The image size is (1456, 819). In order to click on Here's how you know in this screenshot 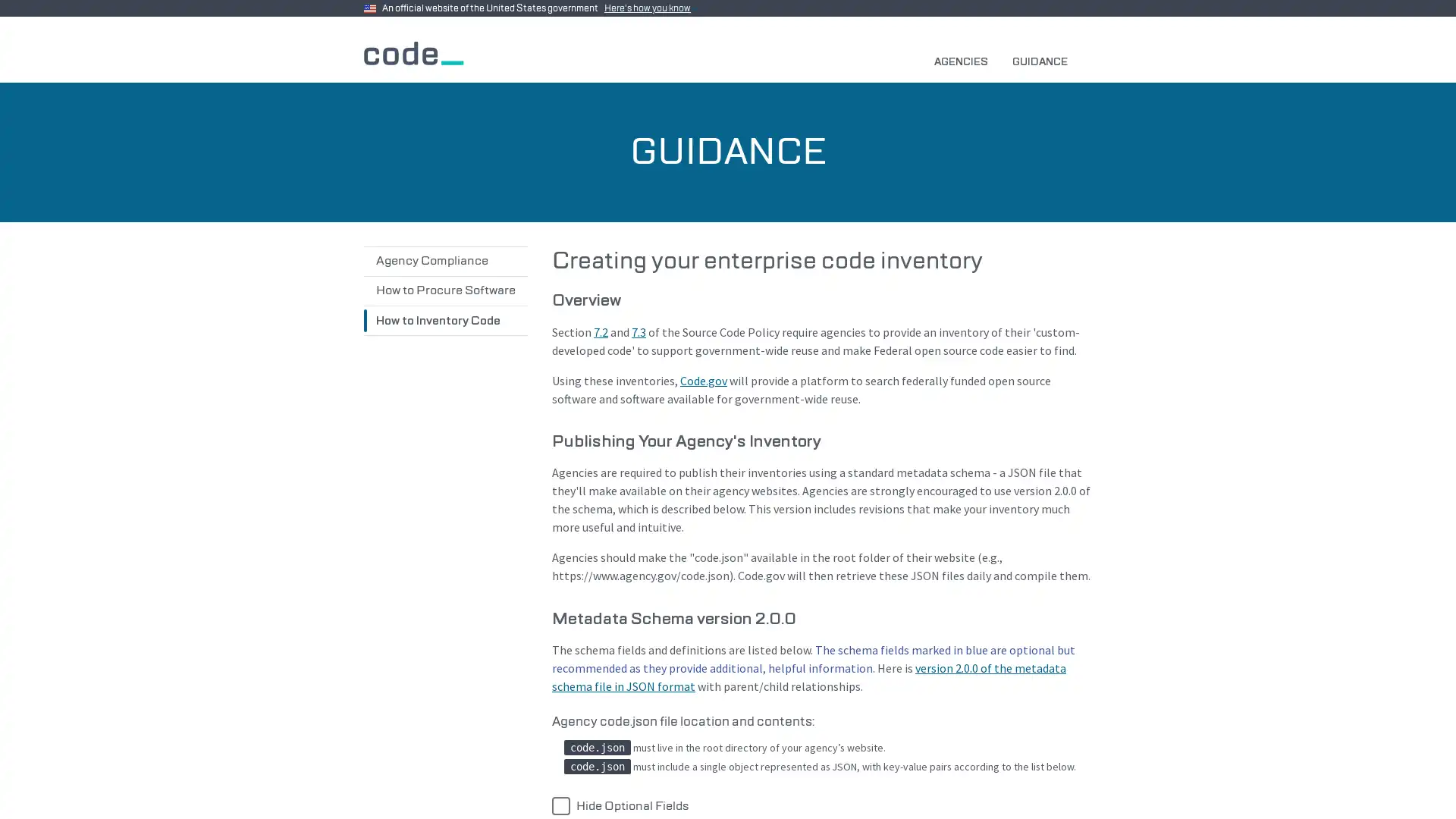, I will do `click(651, 8)`.